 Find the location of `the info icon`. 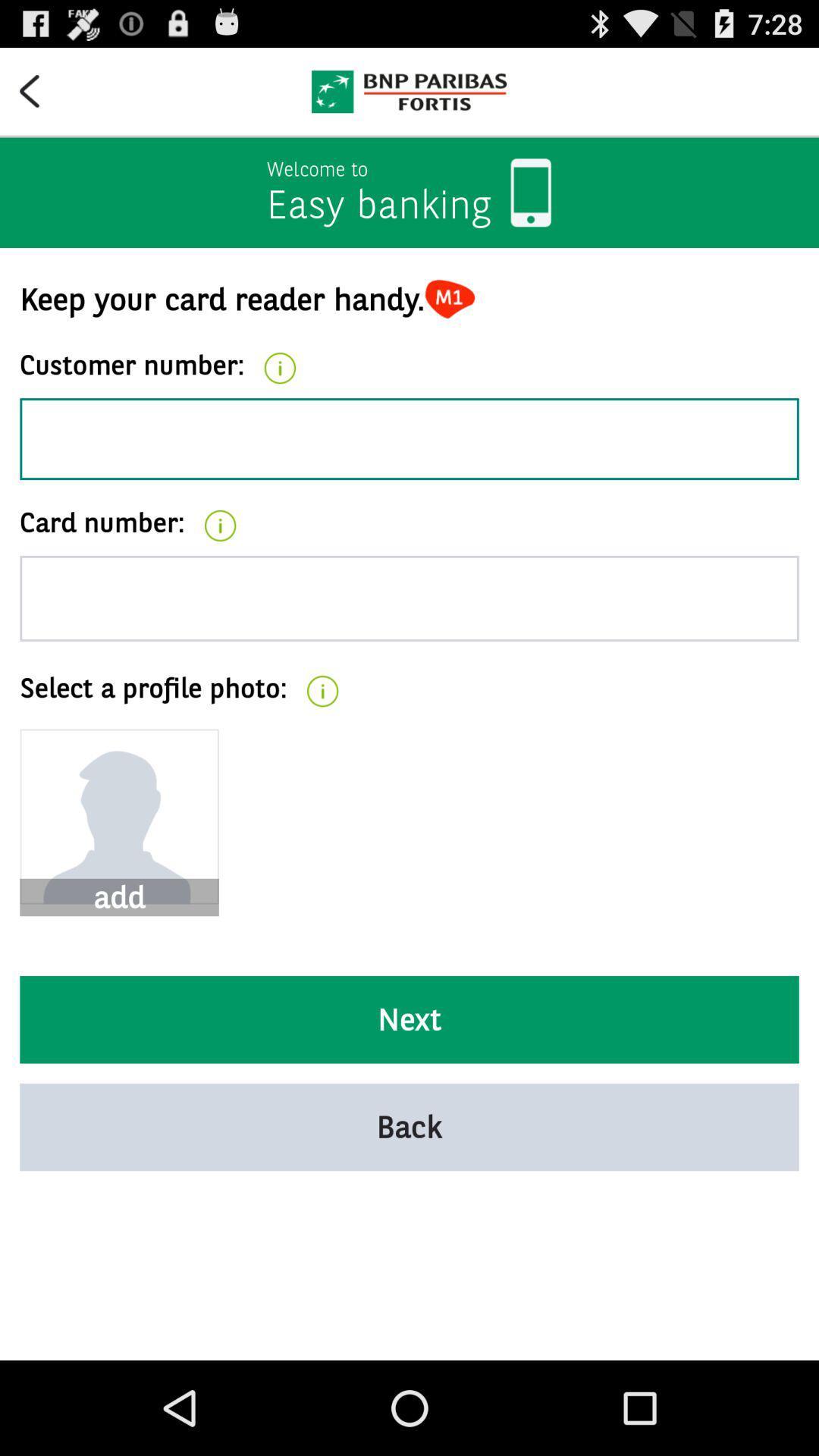

the info icon is located at coordinates (280, 394).